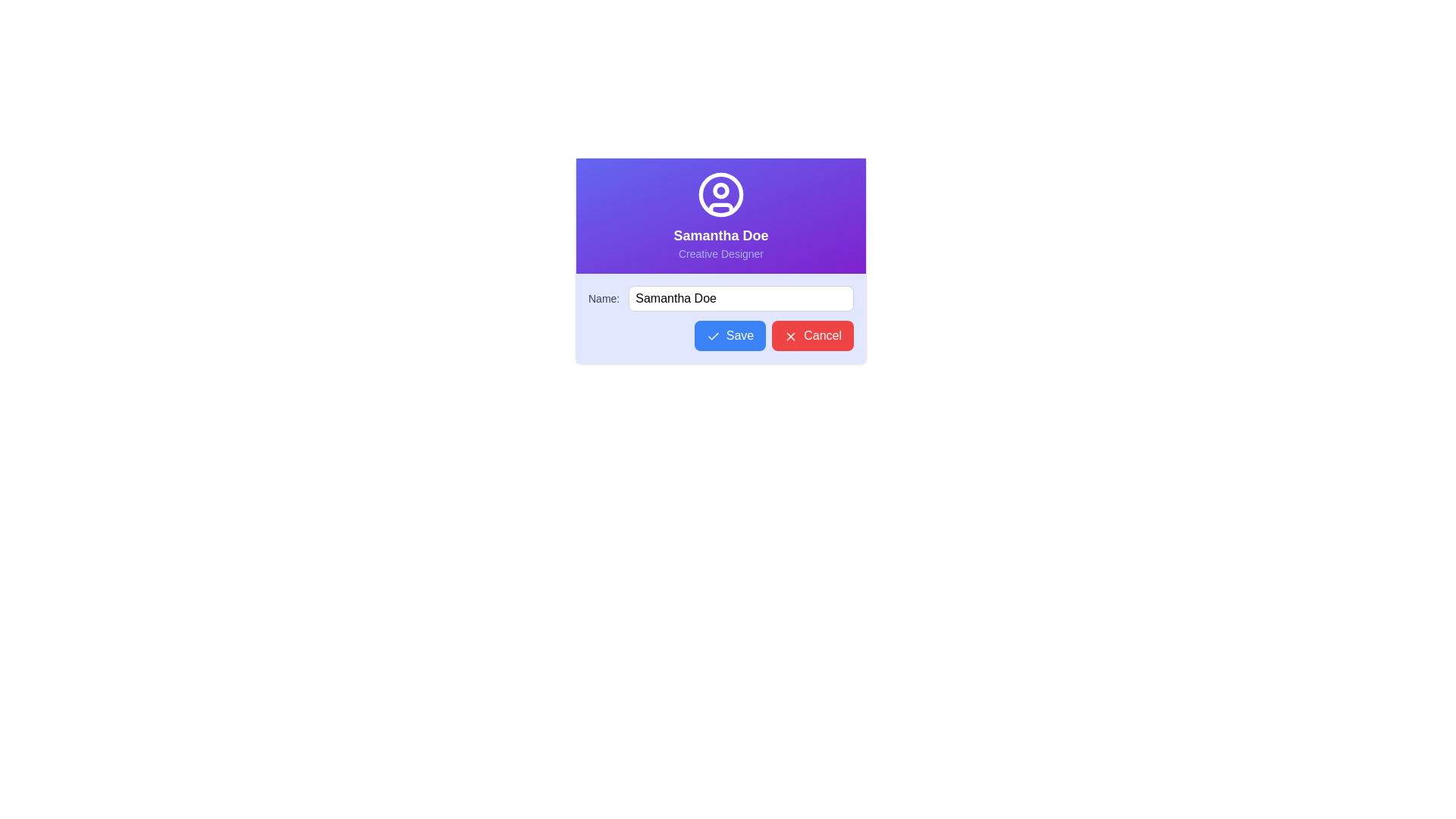 The width and height of the screenshot is (1456, 819). Describe the element at coordinates (720, 335) in the screenshot. I see `the blue 'Save' button with a checkmark icon located in the Button Group beneath the 'Name' input field` at that location.